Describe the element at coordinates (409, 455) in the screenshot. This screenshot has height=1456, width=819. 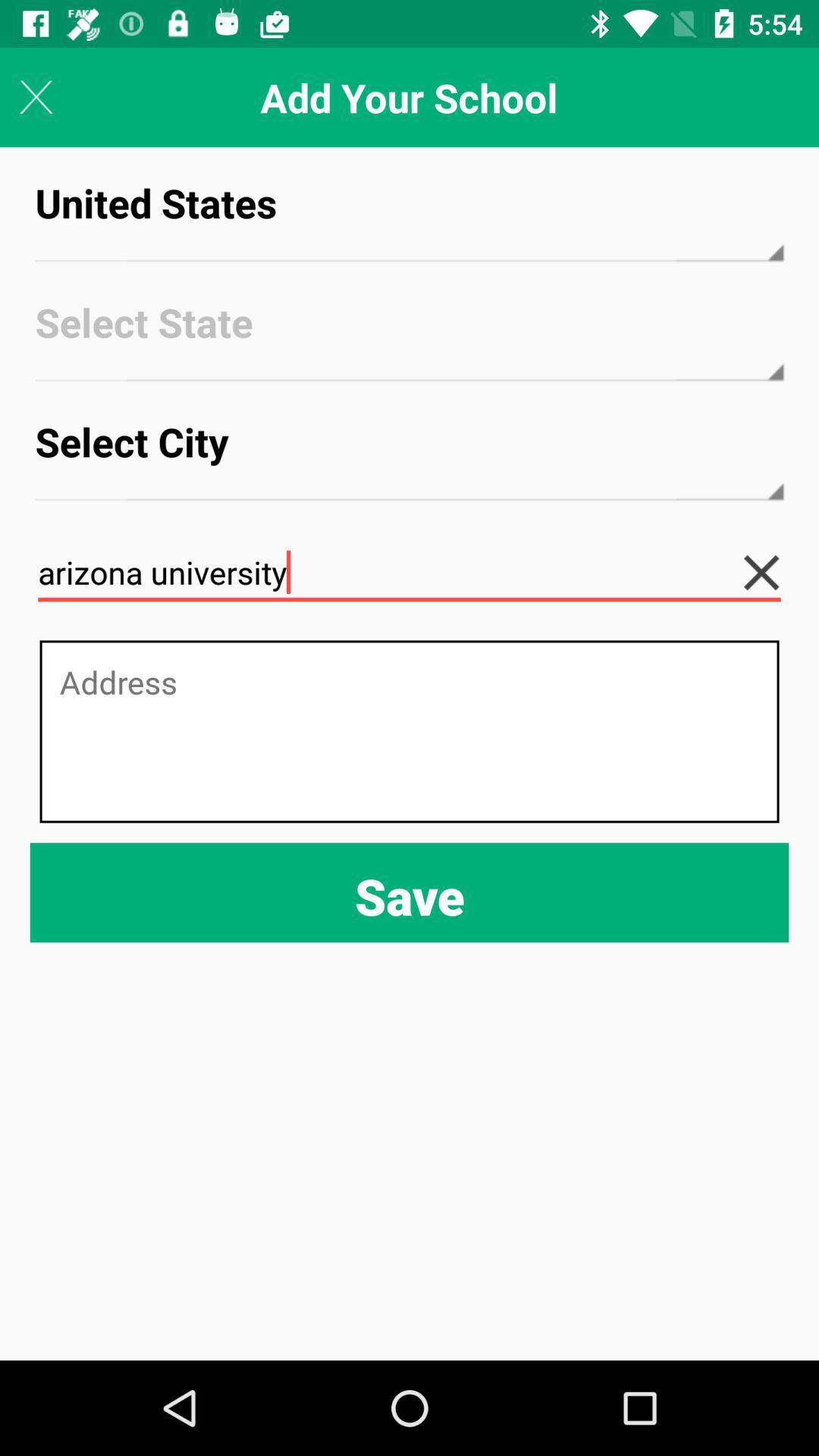
I see `the item below select state` at that location.